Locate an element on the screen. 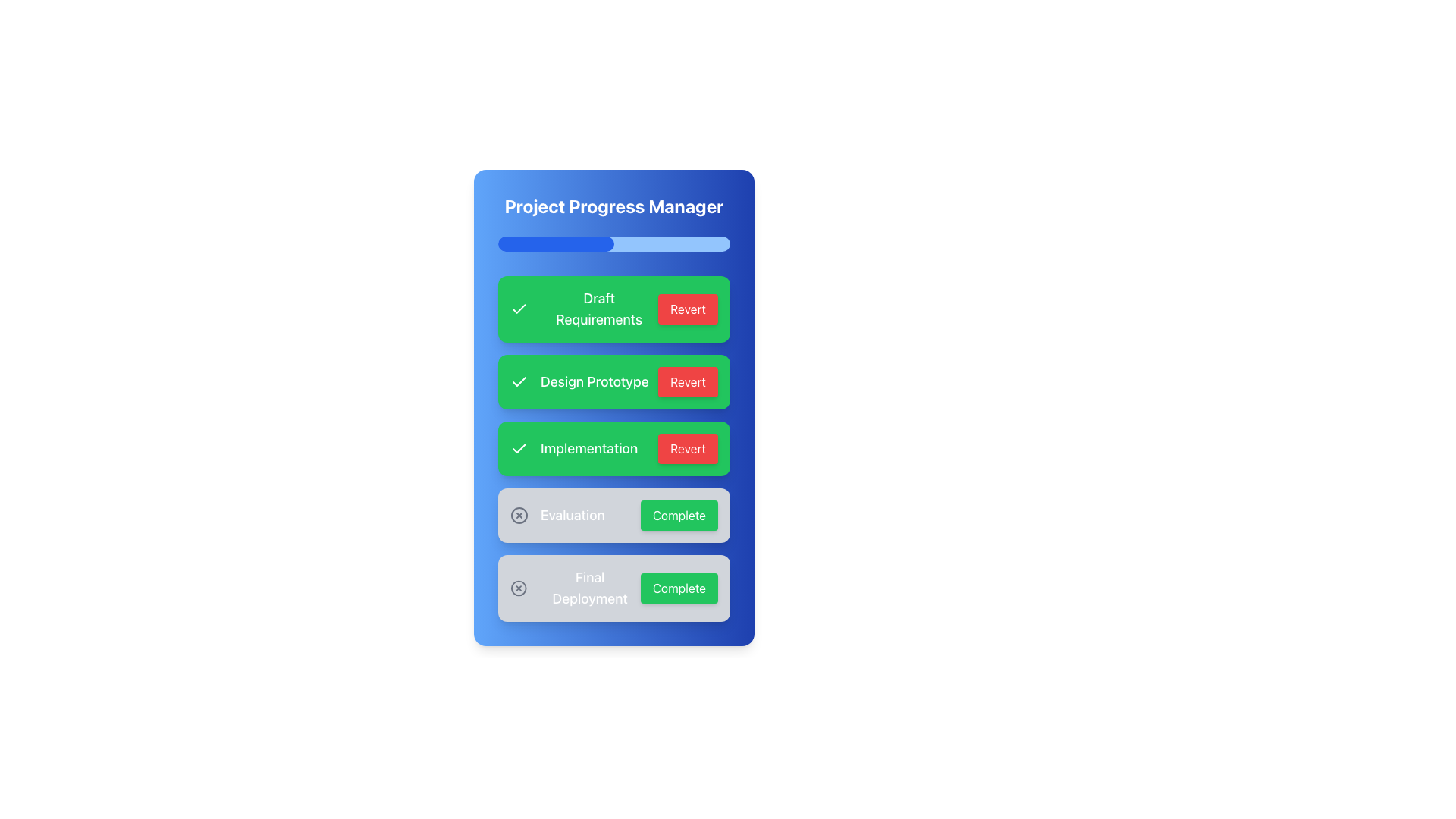  the third button from the top inside the green panel labeled 'Implementation' is located at coordinates (687, 447).